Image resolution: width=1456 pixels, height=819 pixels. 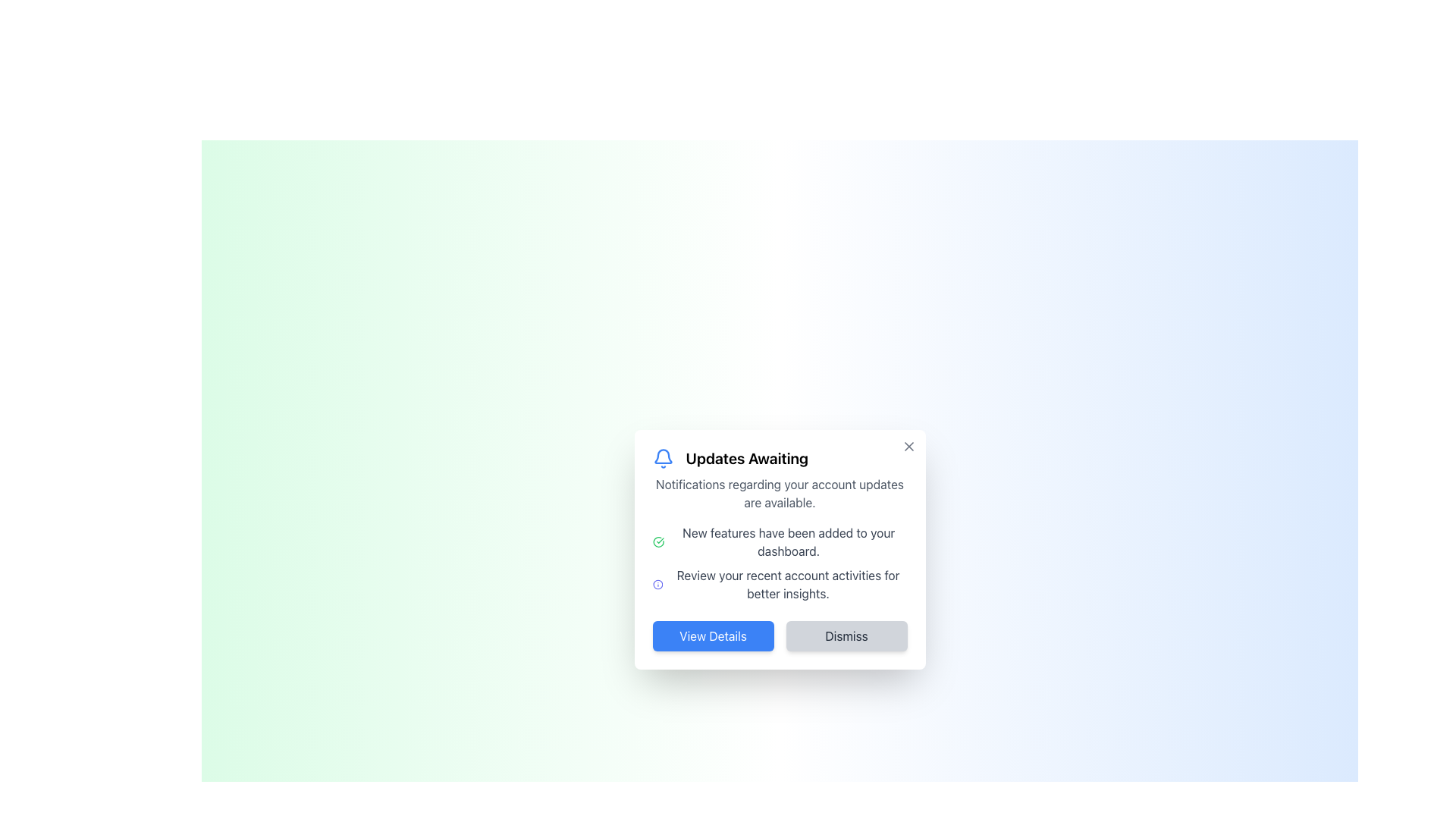 What do you see at coordinates (780, 494) in the screenshot?
I see `the static text notification regarding account updates located below the title 'Updates Awaiting' and above descriptions of new features and account activities` at bounding box center [780, 494].